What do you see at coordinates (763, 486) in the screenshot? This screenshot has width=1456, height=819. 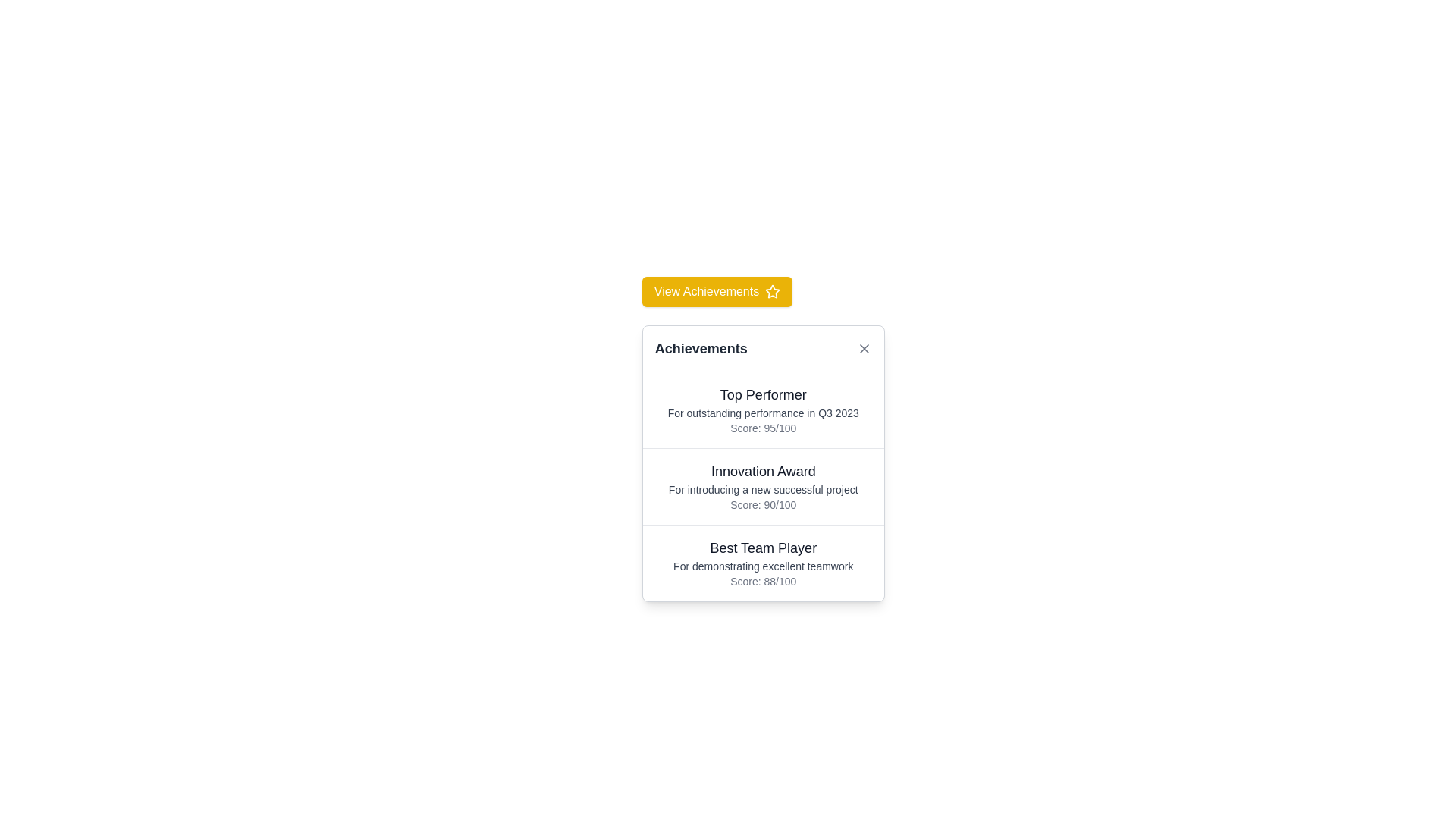 I see `the second list item in the 'Achievements' modal, which contains the title 'Innovation Award', a subtitle about a new project, and a score of '90/100'` at bounding box center [763, 486].